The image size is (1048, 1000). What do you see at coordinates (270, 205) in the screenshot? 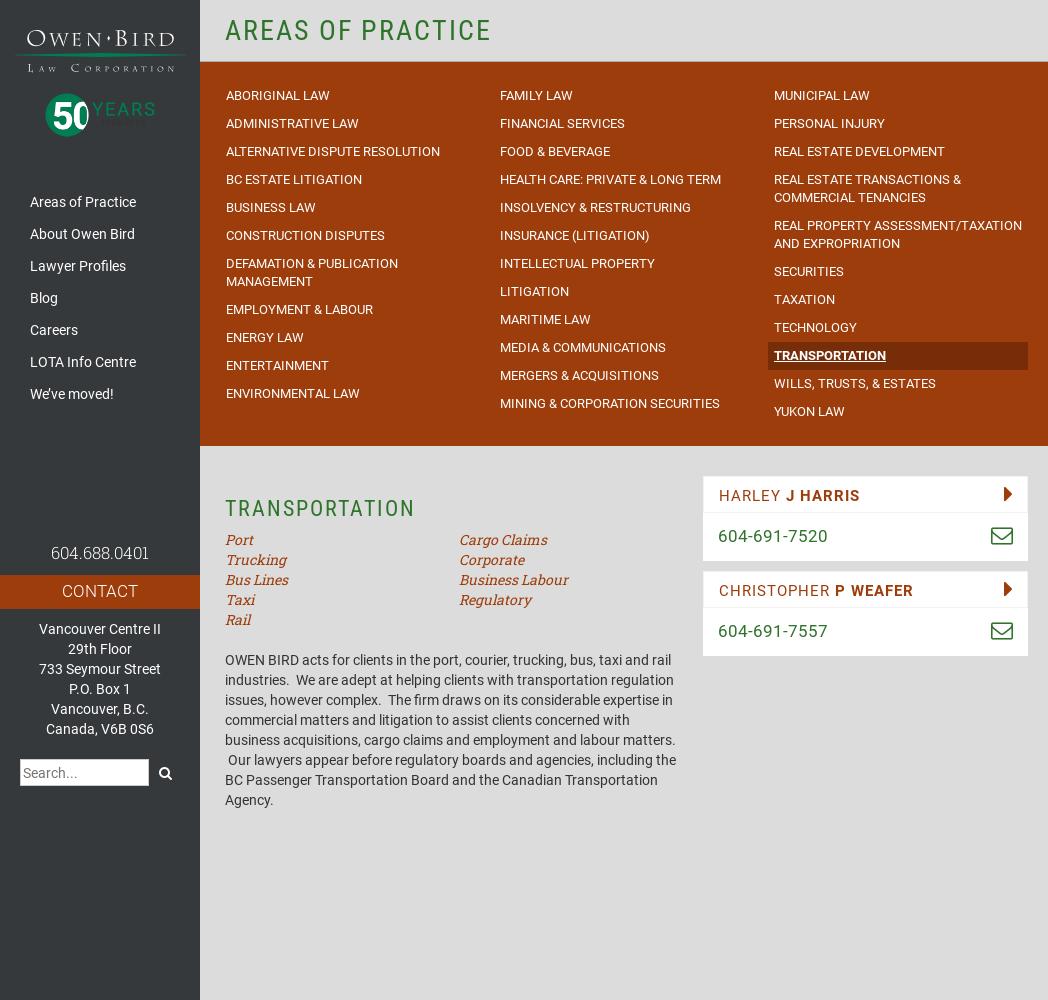
I see `'Business Law'` at bounding box center [270, 205].